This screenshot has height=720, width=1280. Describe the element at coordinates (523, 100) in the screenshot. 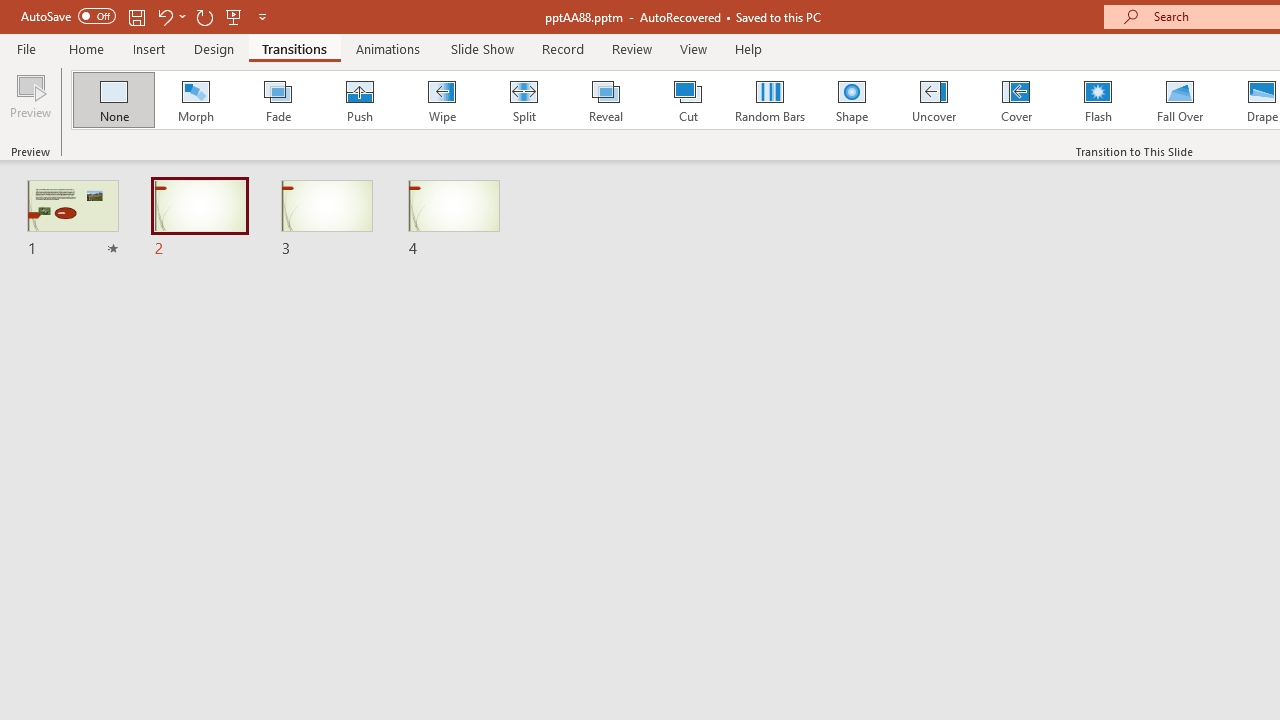

I see `'Split'` at that location.